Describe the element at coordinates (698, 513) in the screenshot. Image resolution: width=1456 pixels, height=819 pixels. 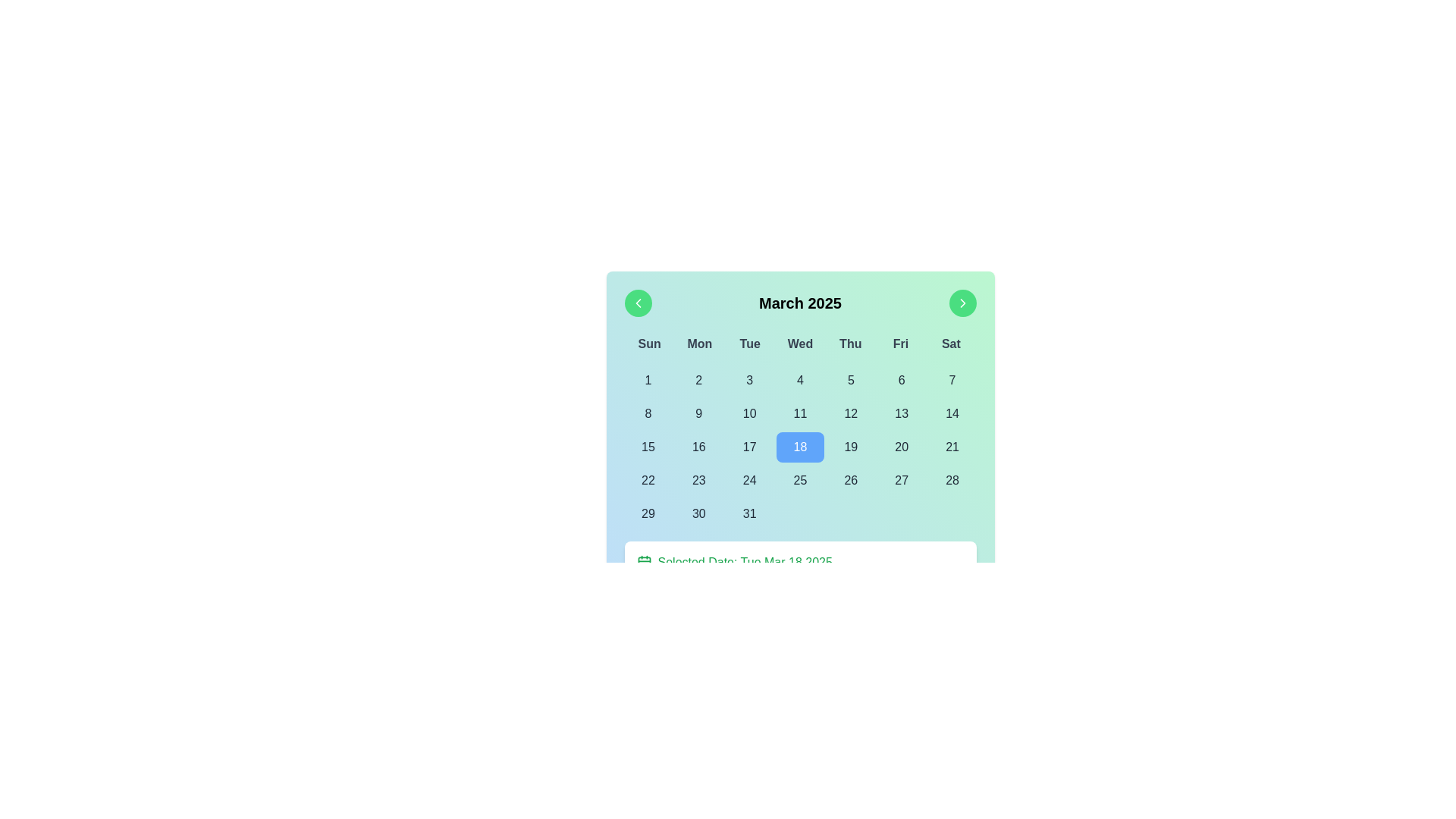
I see `the clickable calendar cell representing the 30th day of the month, located at the bottom-right of the calendar interface` at that location.